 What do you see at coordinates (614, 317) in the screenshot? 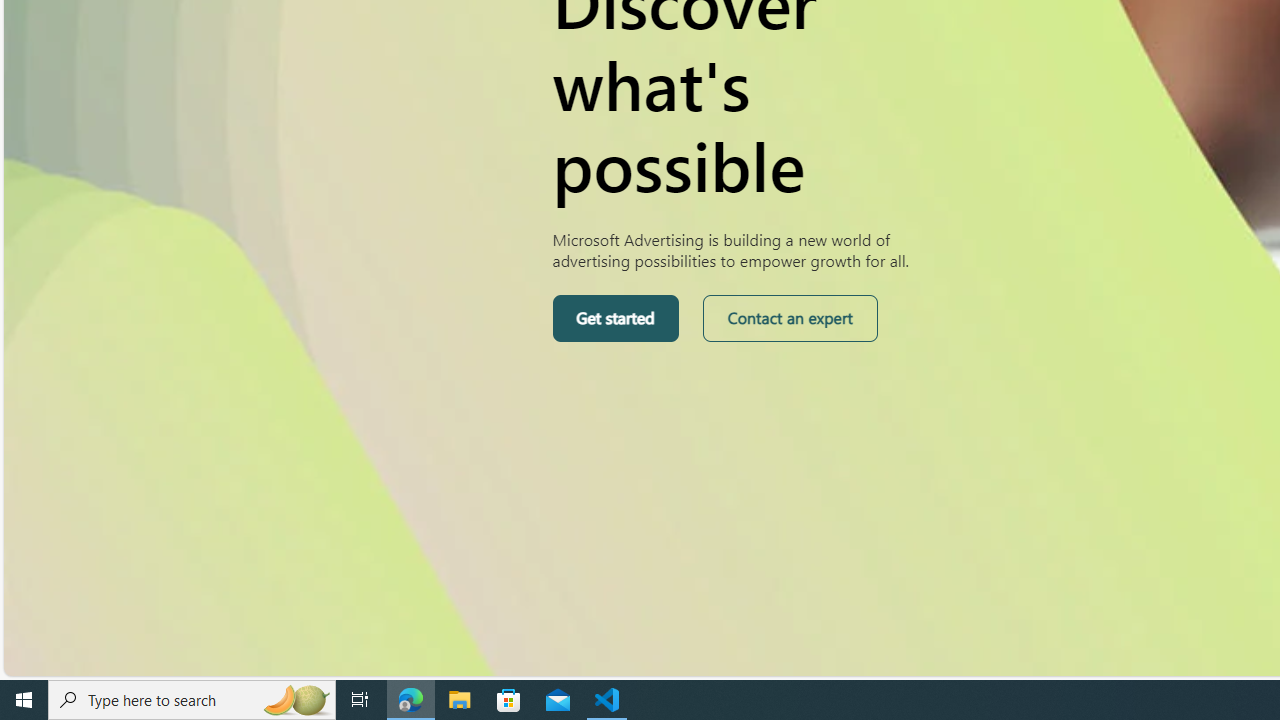
I see `'Get started'` at bounding box center [614, 317].